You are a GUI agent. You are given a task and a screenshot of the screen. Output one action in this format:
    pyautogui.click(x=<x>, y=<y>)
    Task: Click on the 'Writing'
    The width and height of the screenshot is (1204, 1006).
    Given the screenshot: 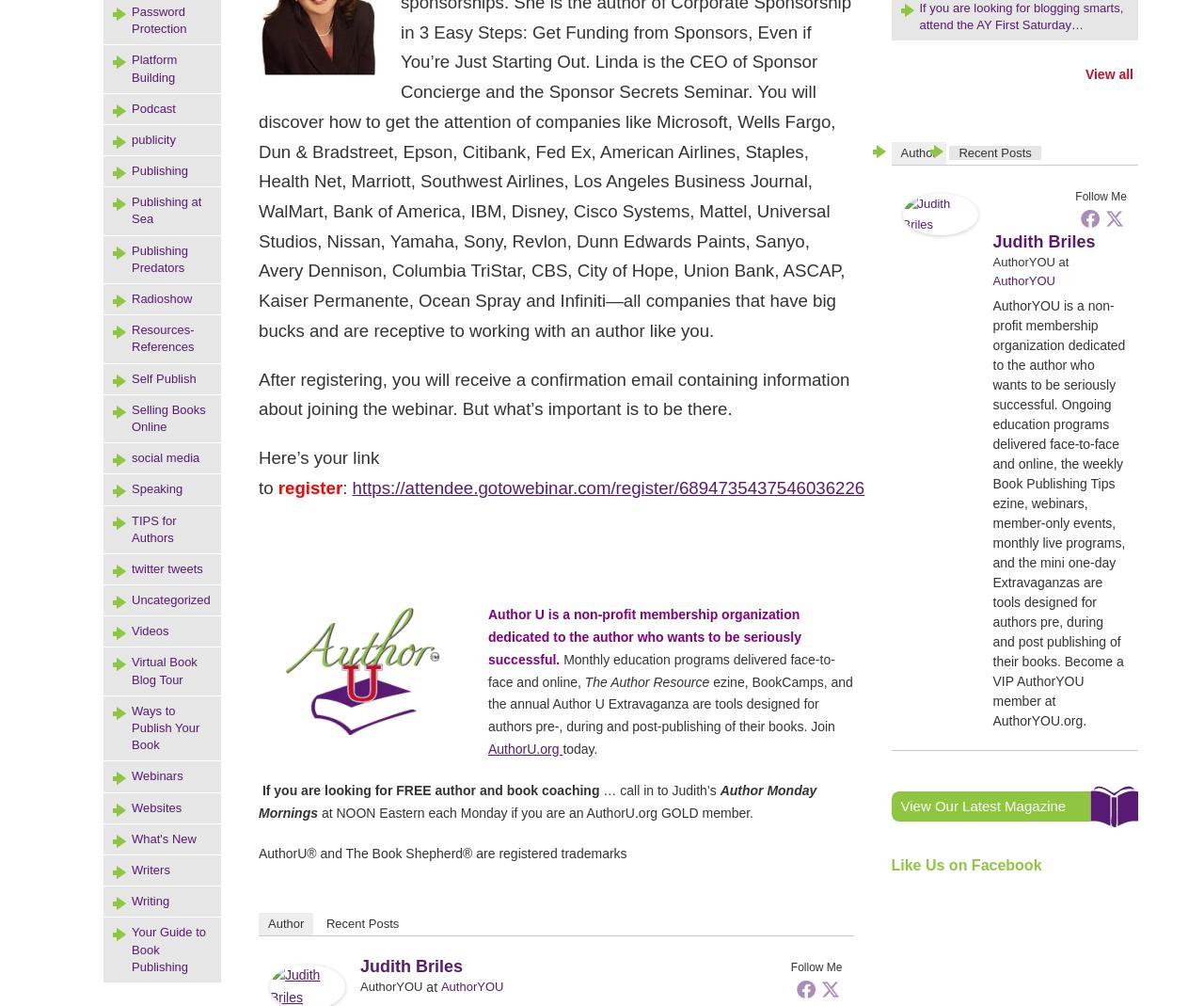 What is the action you would take?
    pyautogui.click(x=131, y=900)
    